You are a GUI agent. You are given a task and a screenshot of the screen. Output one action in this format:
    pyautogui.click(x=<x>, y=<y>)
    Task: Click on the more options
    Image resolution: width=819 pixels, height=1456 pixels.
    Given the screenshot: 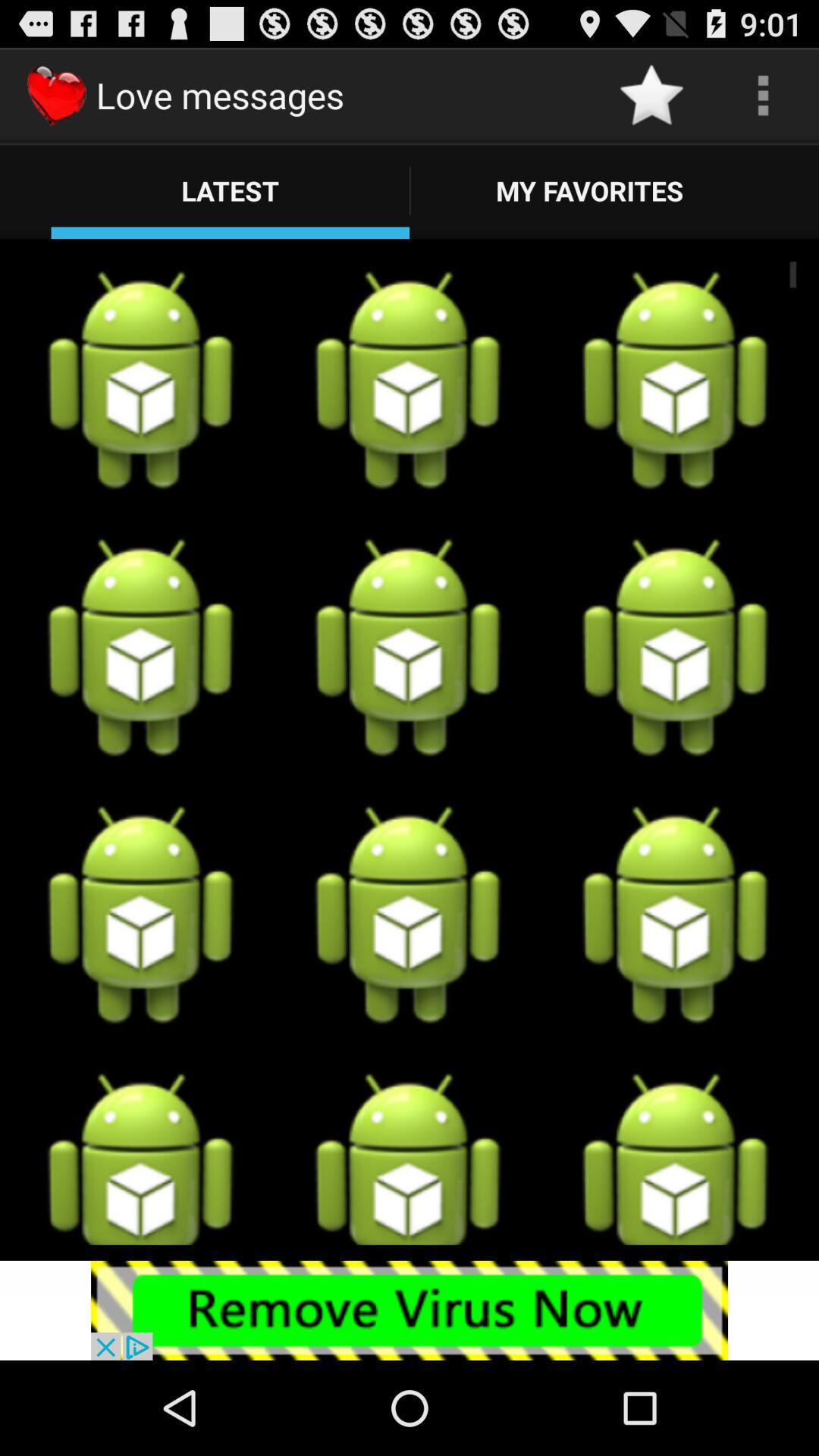 What is the action you would take?
    pyautogui.click(x=763, y=94)
    